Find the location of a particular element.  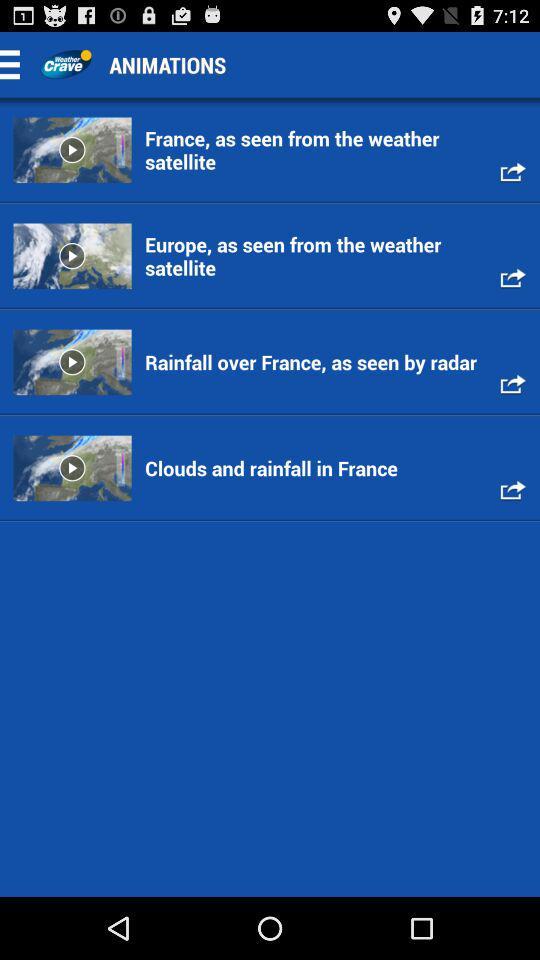

app home is located at coordinates (65, 64).